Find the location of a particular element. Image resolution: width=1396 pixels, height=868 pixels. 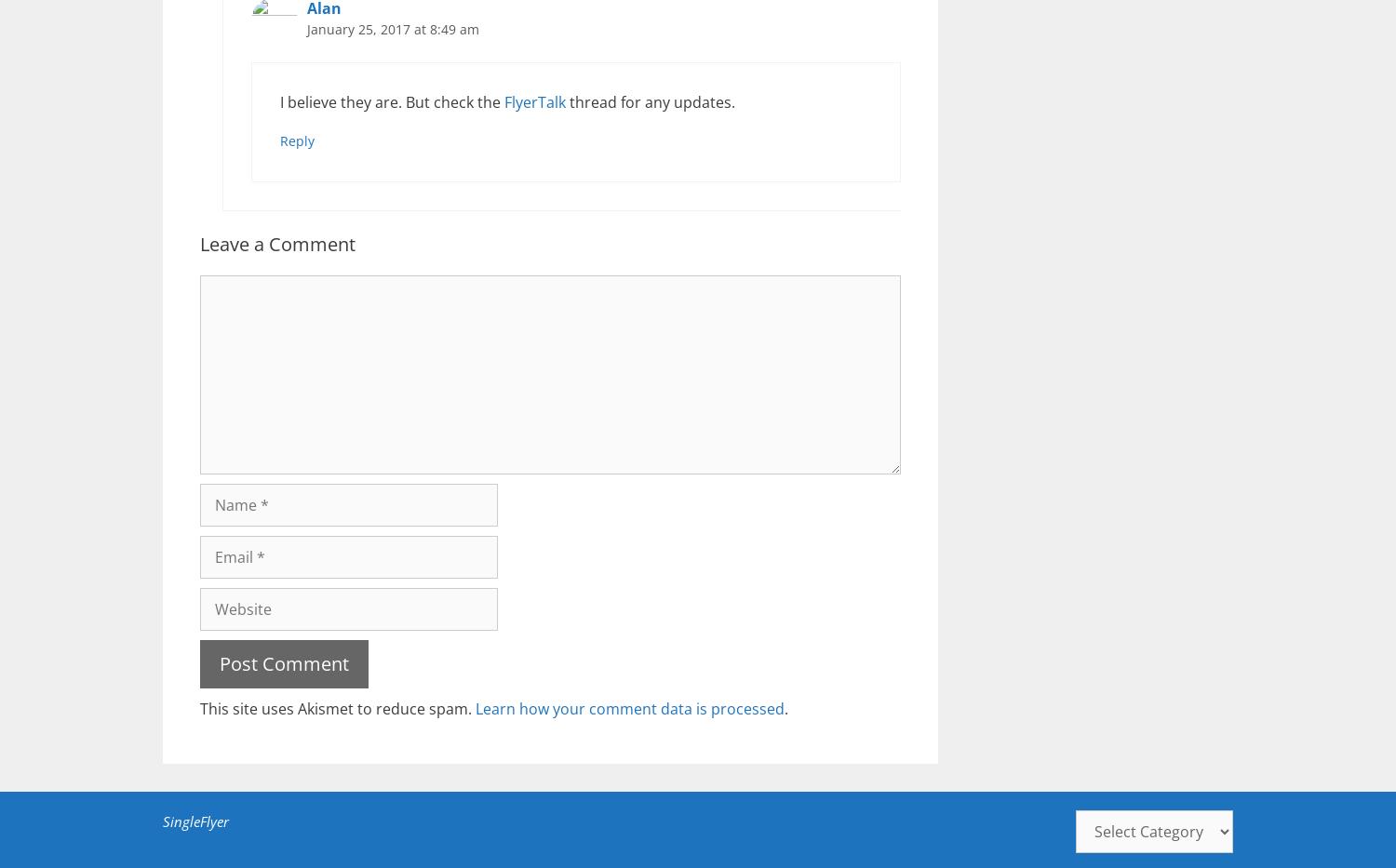

'Leave a Comment' is located at coordinates (198, 243).